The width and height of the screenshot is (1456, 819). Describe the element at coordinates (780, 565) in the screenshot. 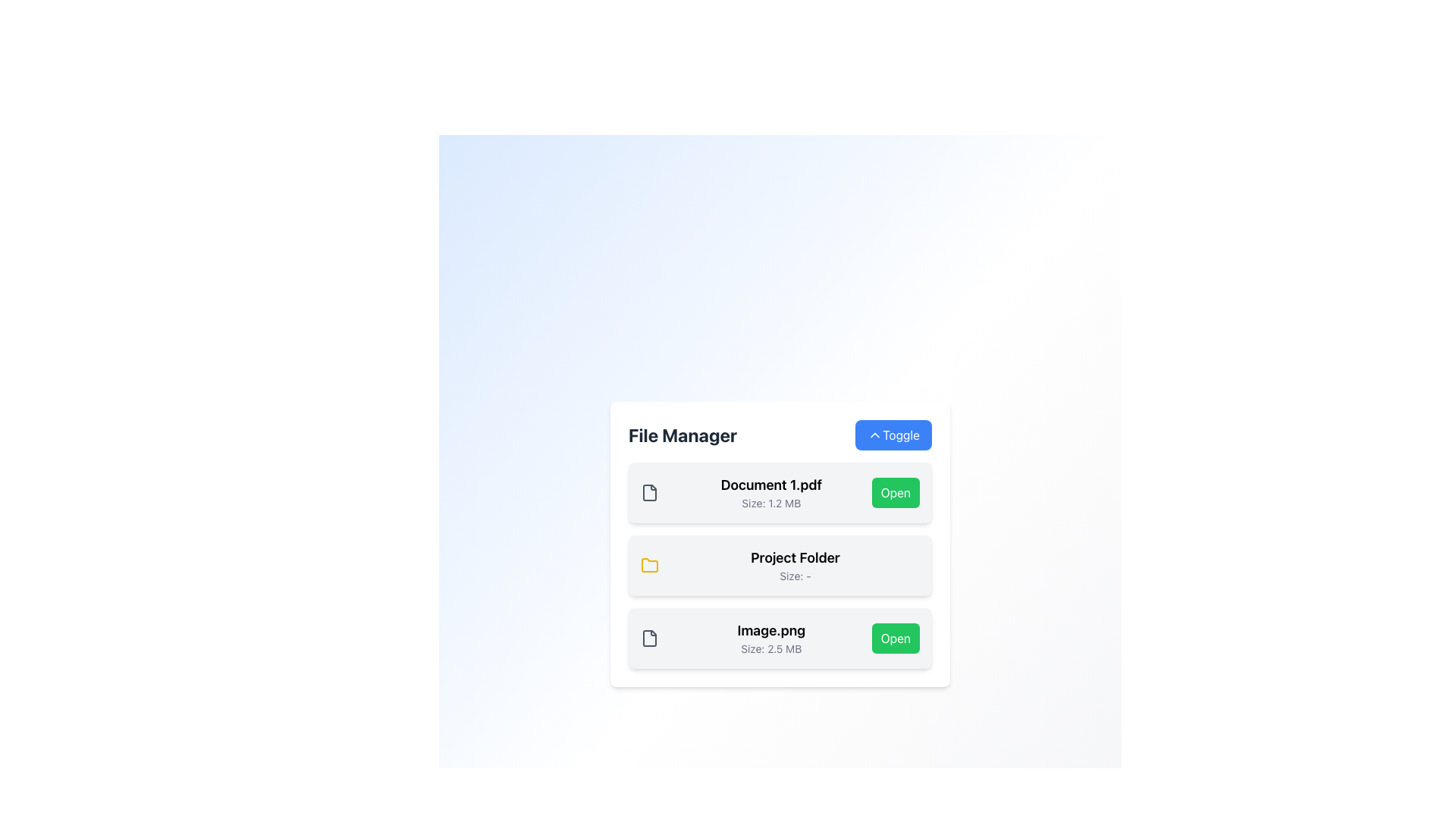

I see `the folder named 'Project Folder' with incomplete size information` at that location.